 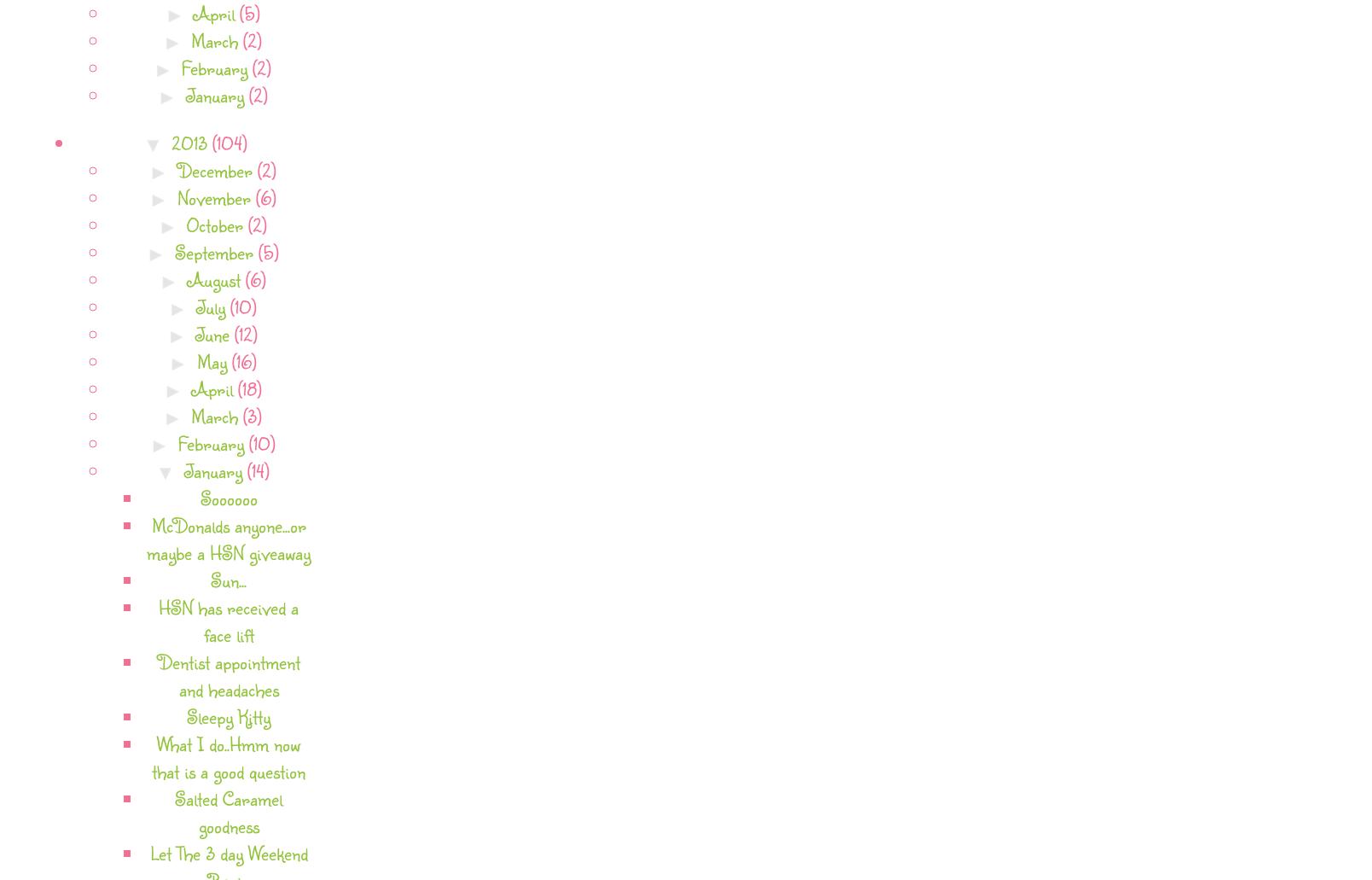 I want to click on 'Salted Caramel goodness', so click(x=229, y=810).